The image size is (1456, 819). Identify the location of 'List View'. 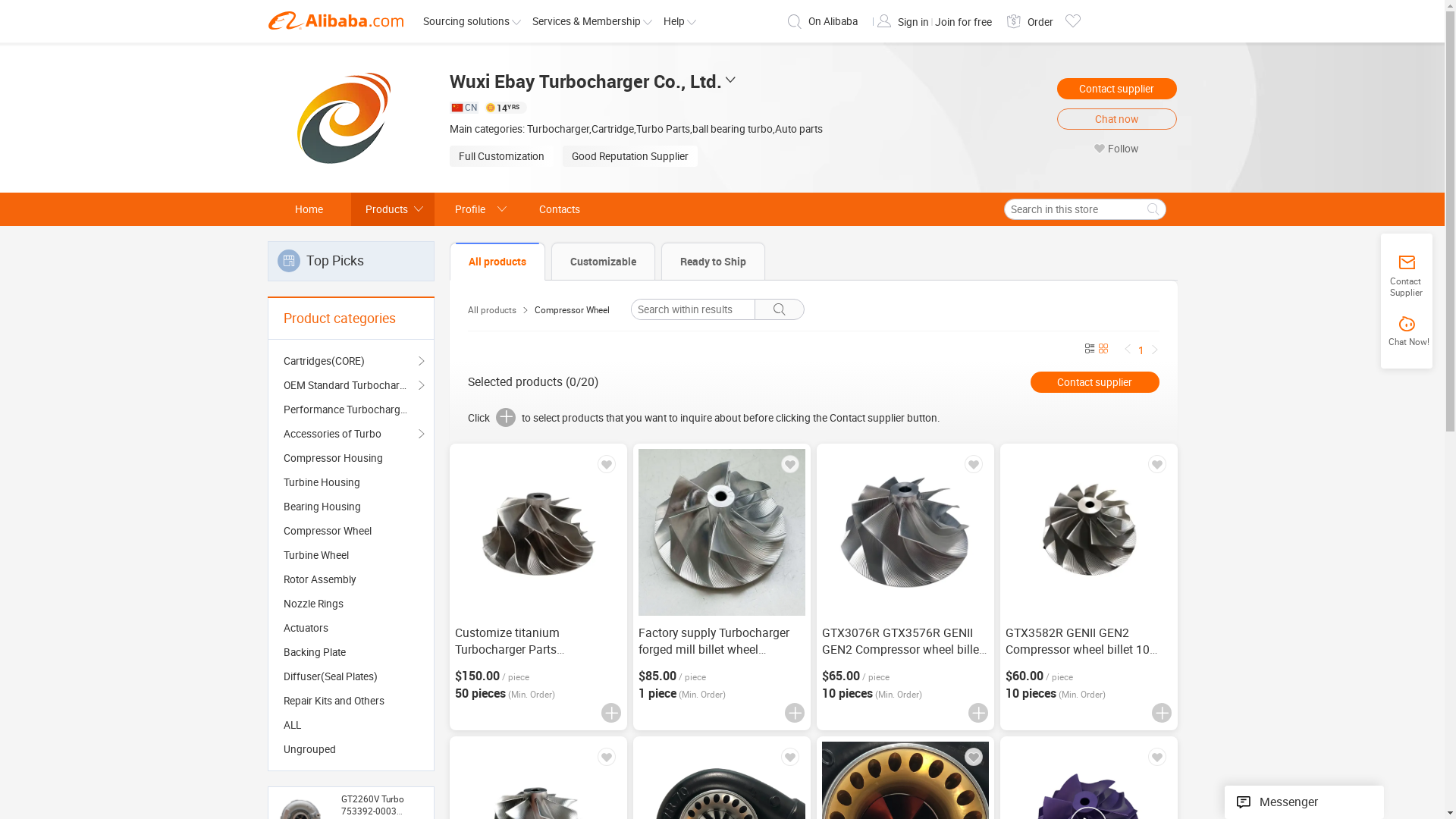
(1087, 350).